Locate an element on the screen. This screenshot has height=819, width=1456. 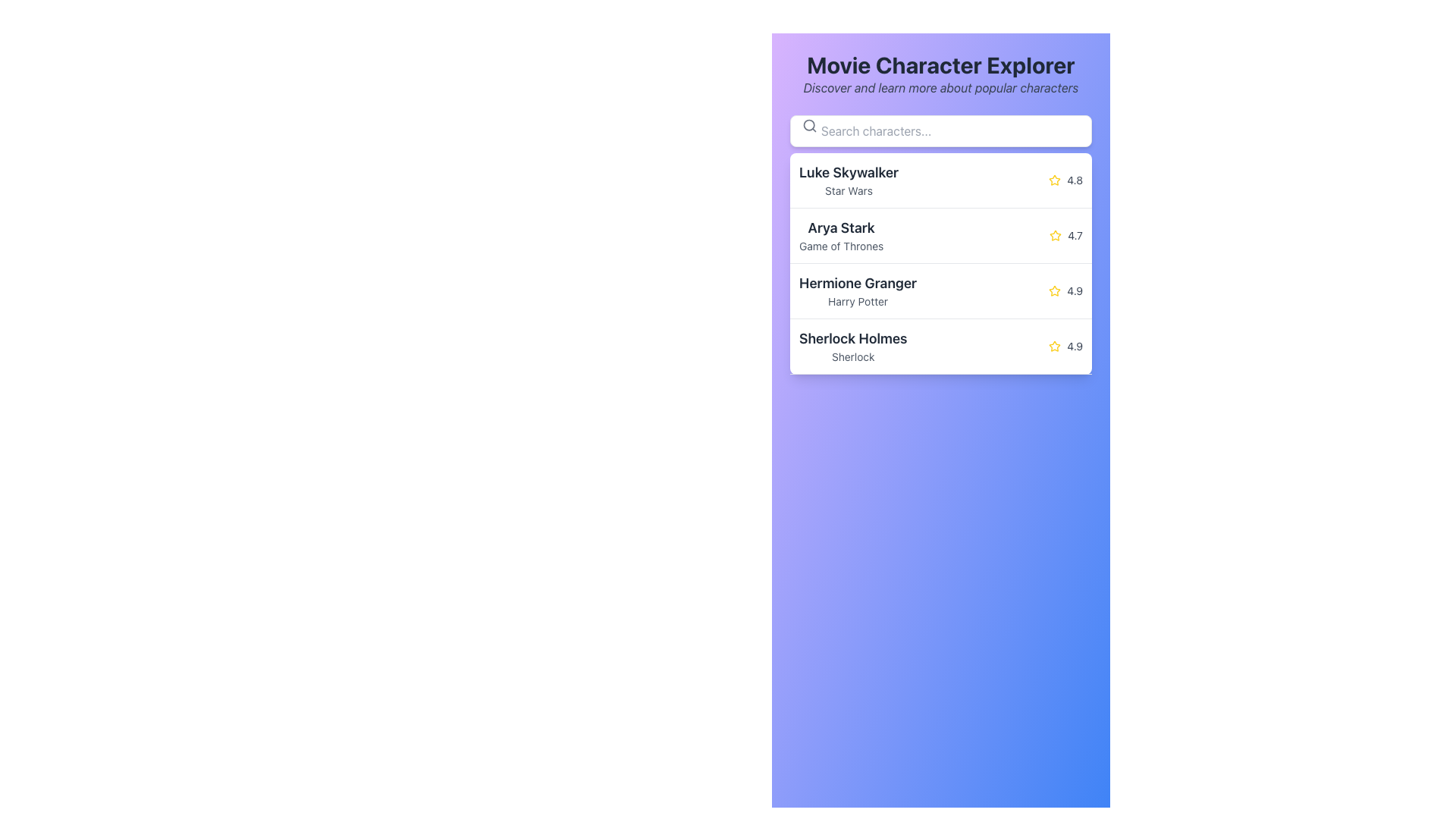
the text label displaying '4.8' in gray, located to the right of the yellow star icon within the rating display for 'Luke Skywalker | Star Wars' is located at coordinates (1074, 180).